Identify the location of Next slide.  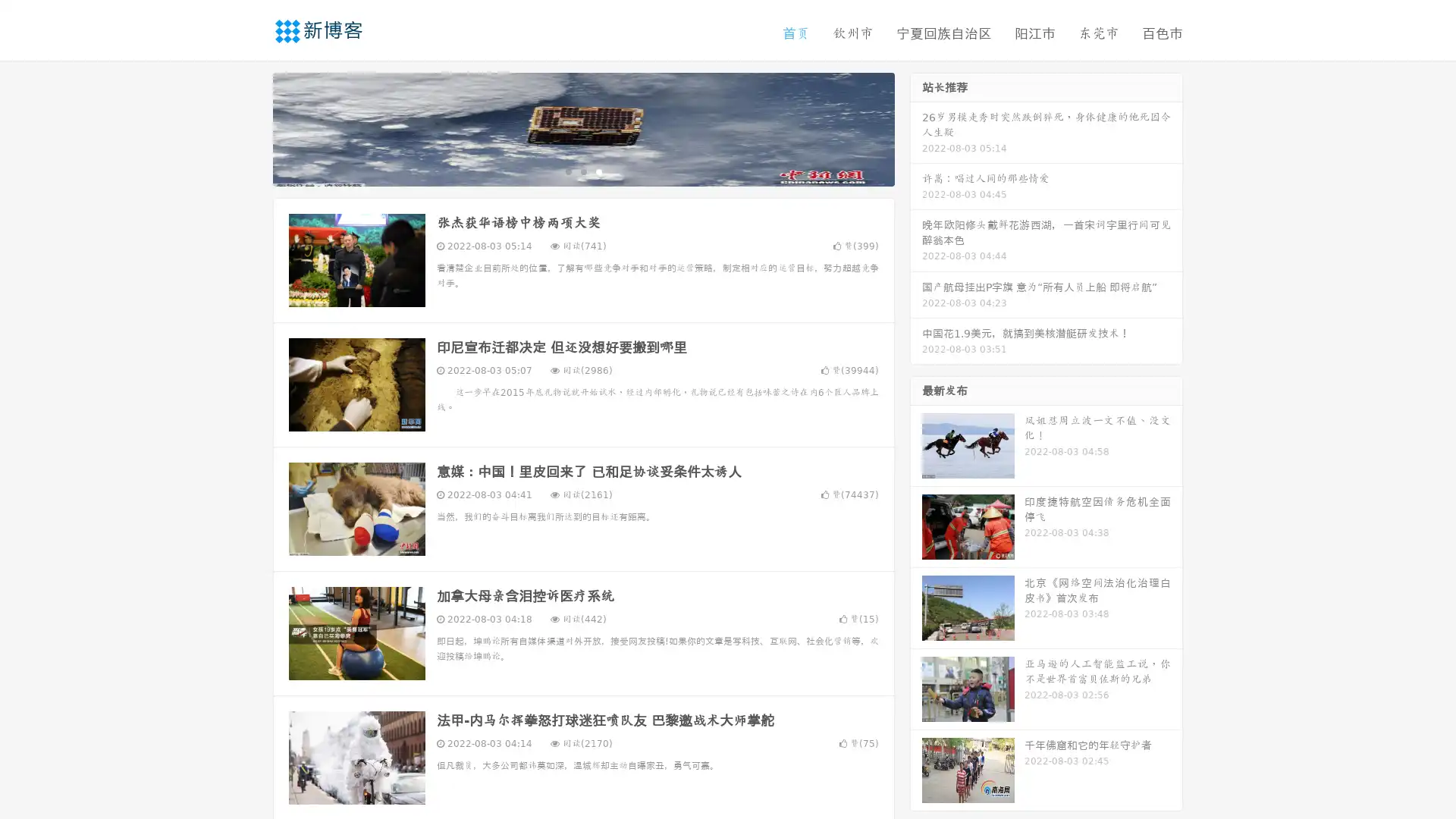
(916, 127).